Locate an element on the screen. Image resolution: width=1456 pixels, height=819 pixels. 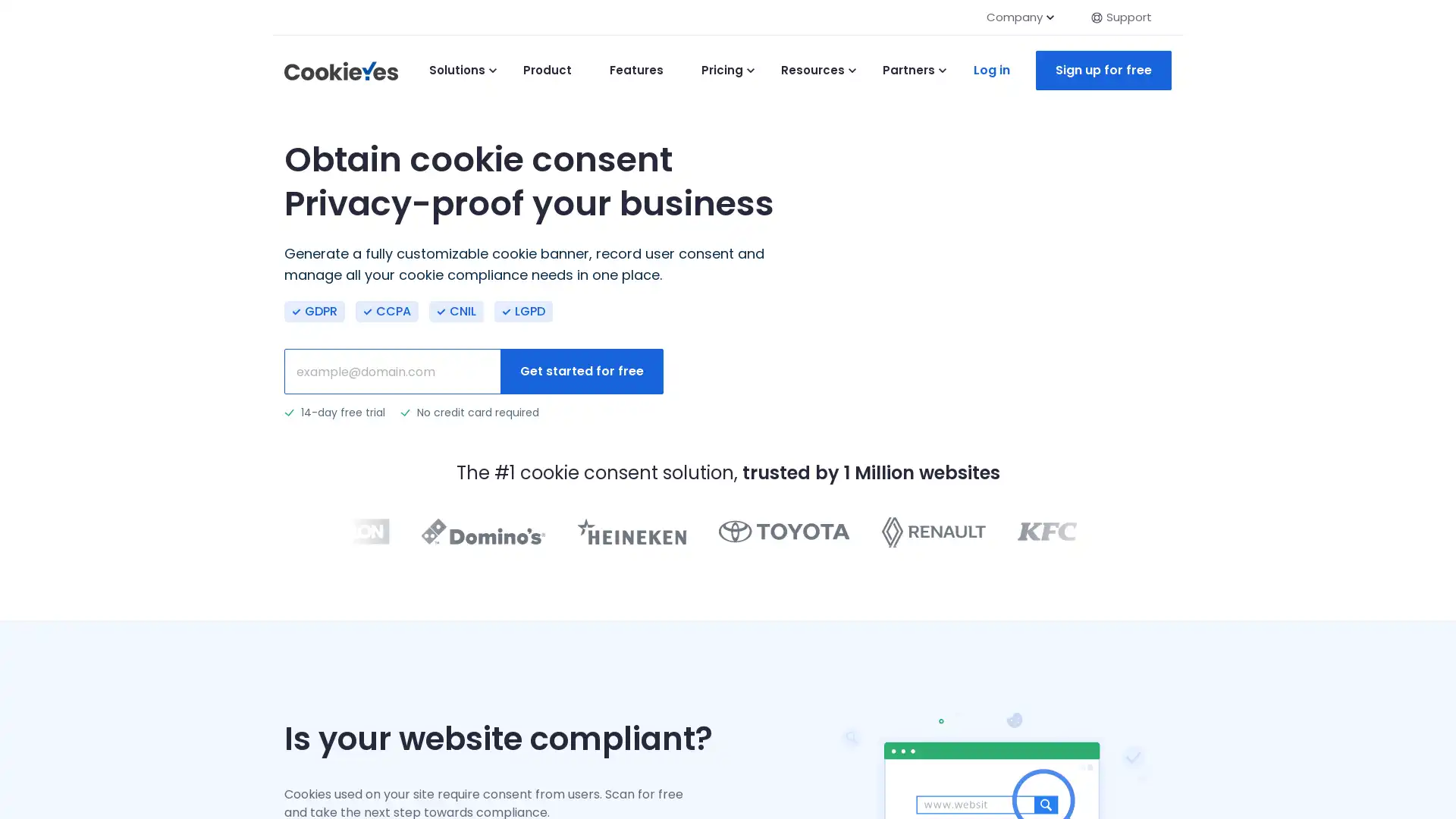
Reject All is located at coordinates (196, 755).